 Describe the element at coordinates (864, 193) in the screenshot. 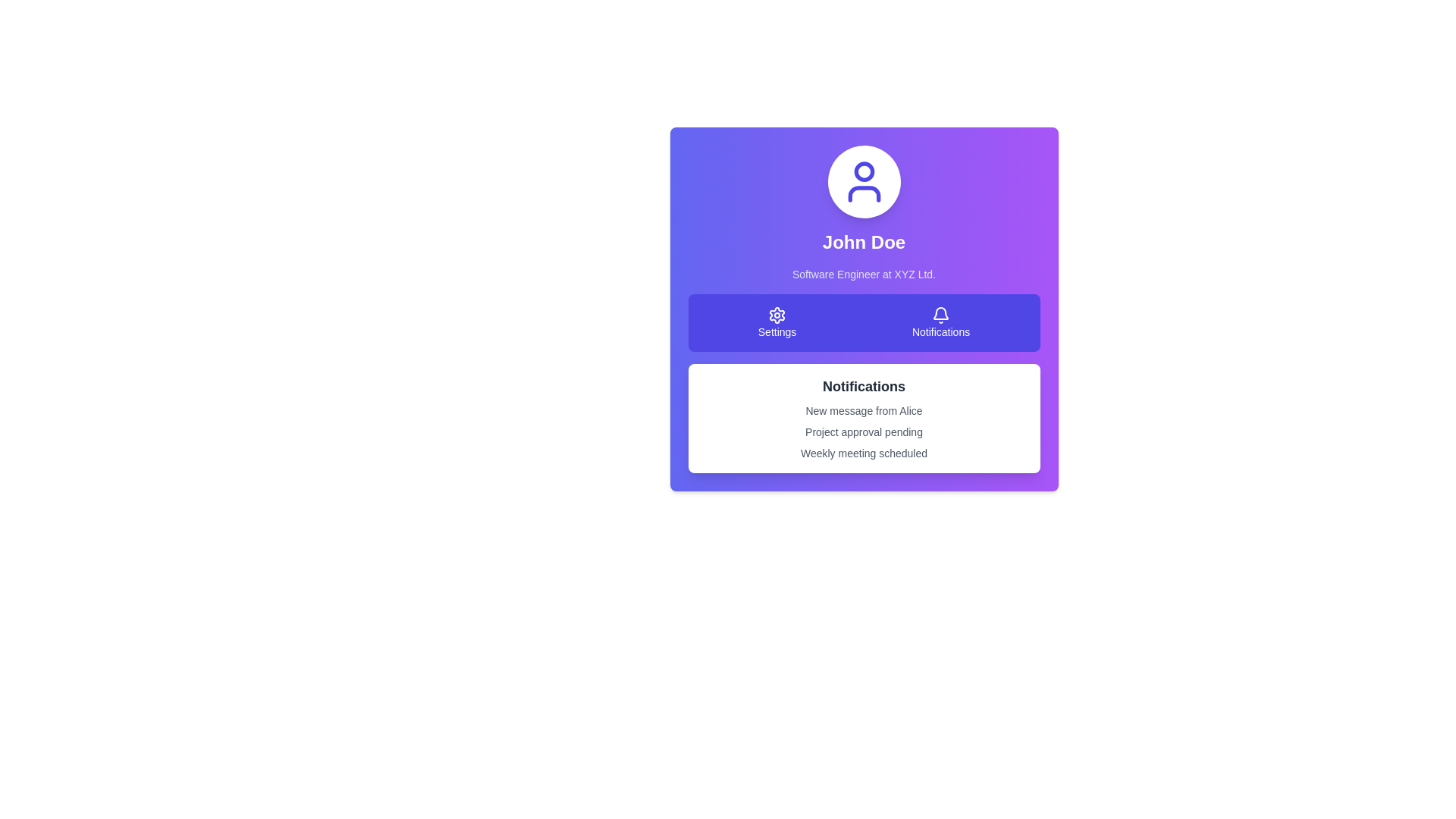

I see `the body portion of the user avatar icon, which is a graphical part located at the center-top of the card, below the smaller circle representing the head` at that location.